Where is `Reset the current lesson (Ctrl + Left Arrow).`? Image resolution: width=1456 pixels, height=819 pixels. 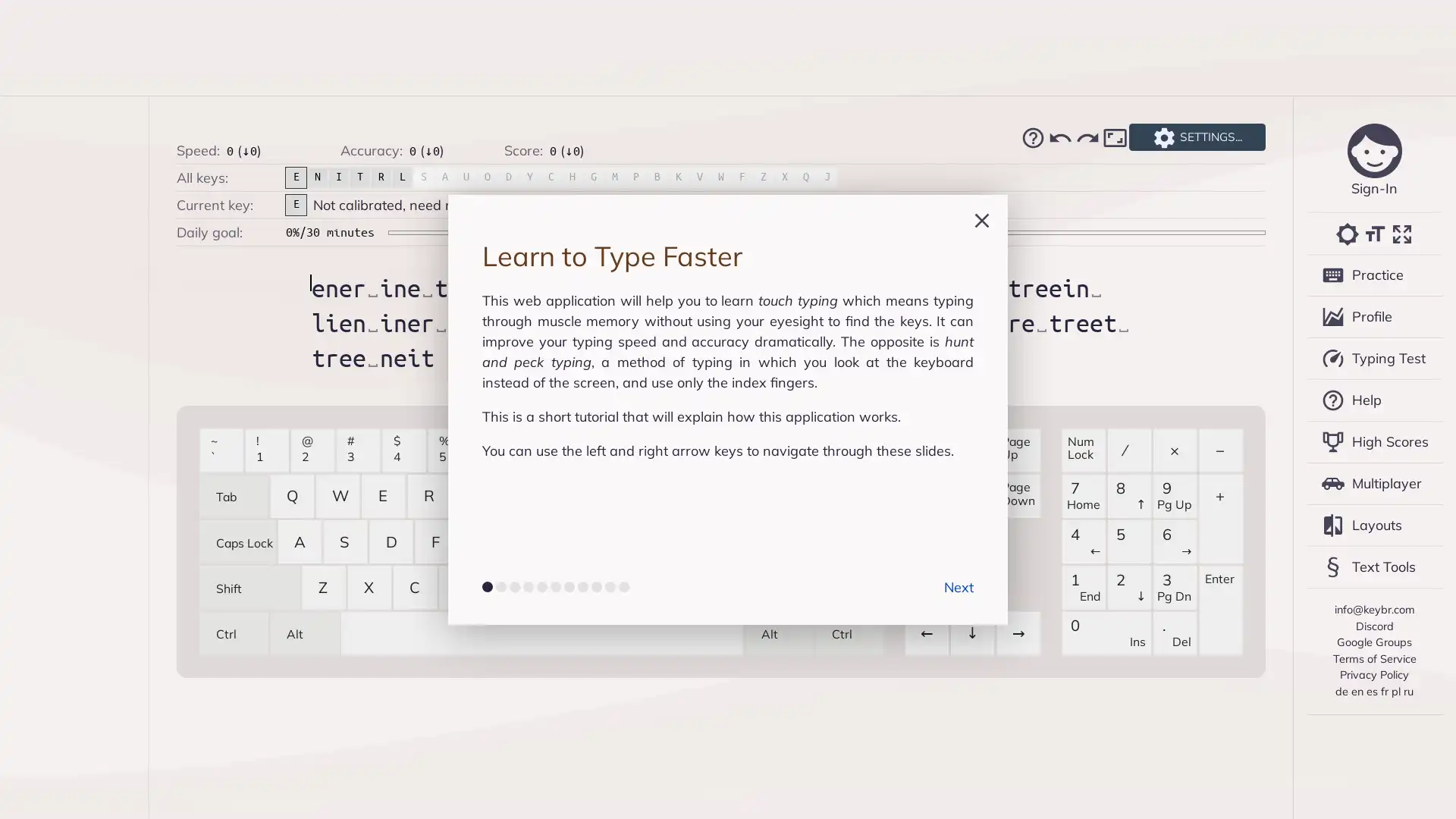 Reset the current lesson (Ctrl + Left Arrow). is located at coordinates (1059, 137).